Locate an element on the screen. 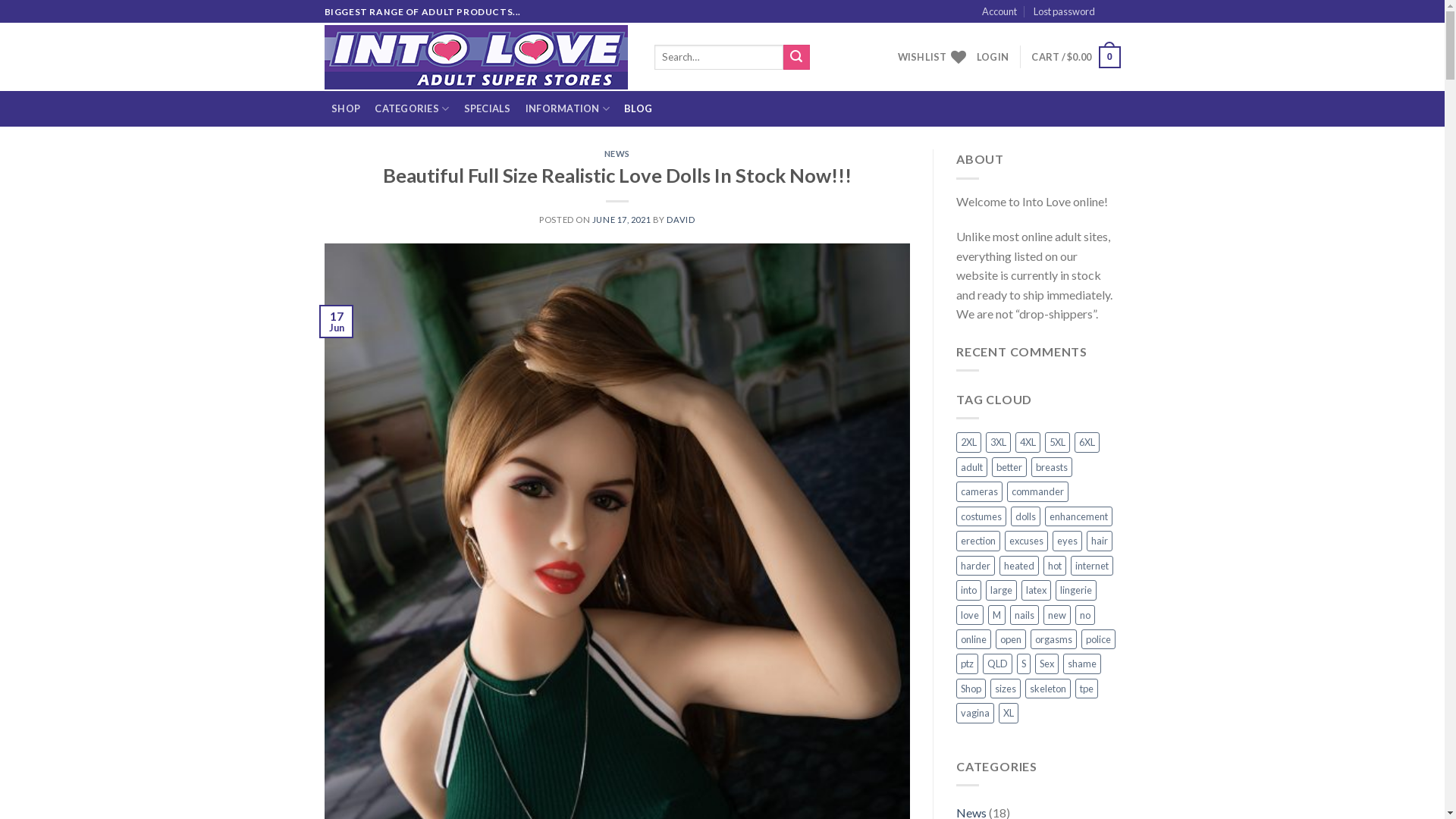  'online' is located at coordinates (973, 639).